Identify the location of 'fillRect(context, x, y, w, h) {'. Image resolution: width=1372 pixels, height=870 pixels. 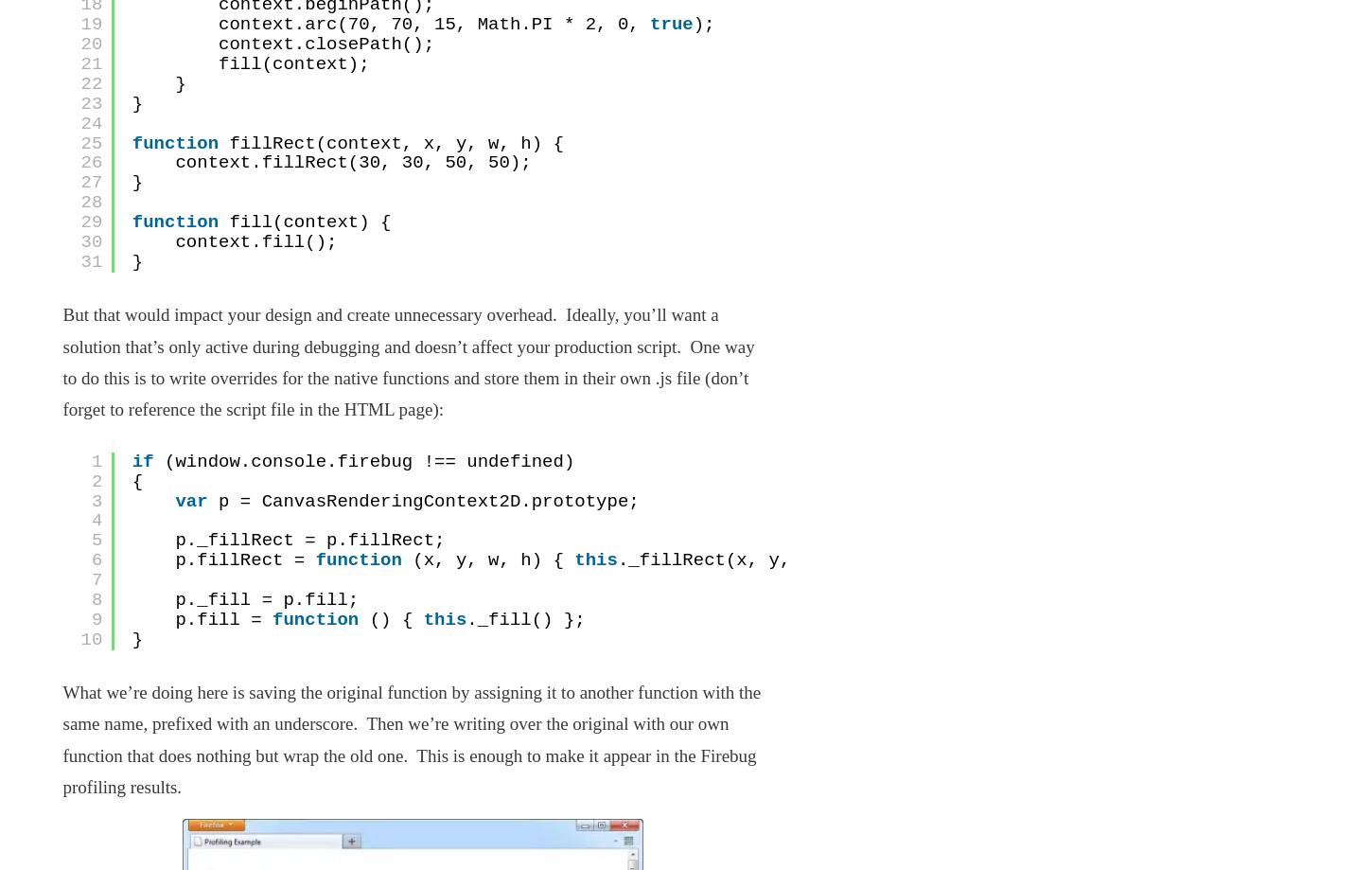
(395, 141).